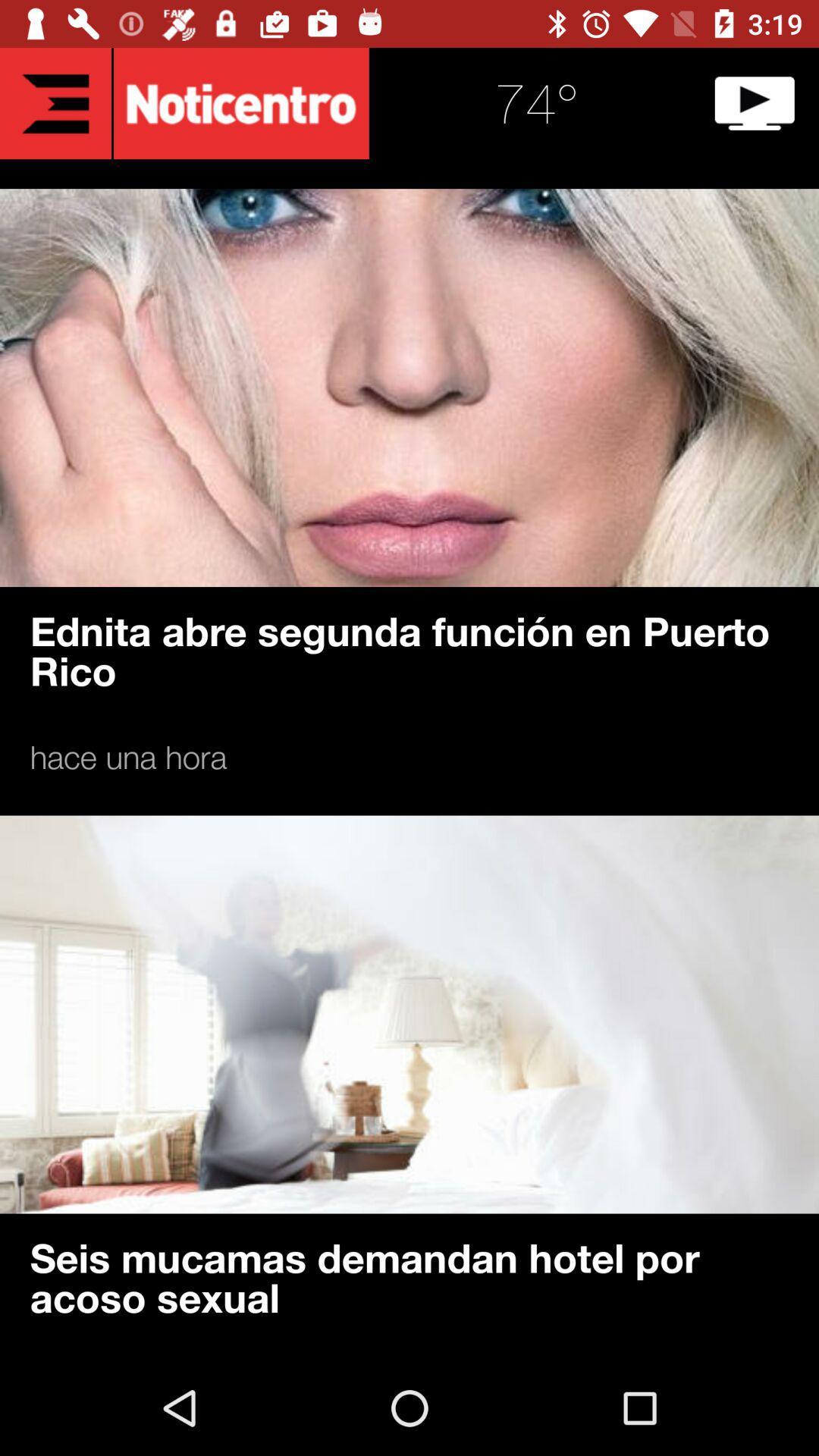  What do you see at coordinates (755, 102) in the screenshot?
I see `the play icon` at bounding box center [755, 102].